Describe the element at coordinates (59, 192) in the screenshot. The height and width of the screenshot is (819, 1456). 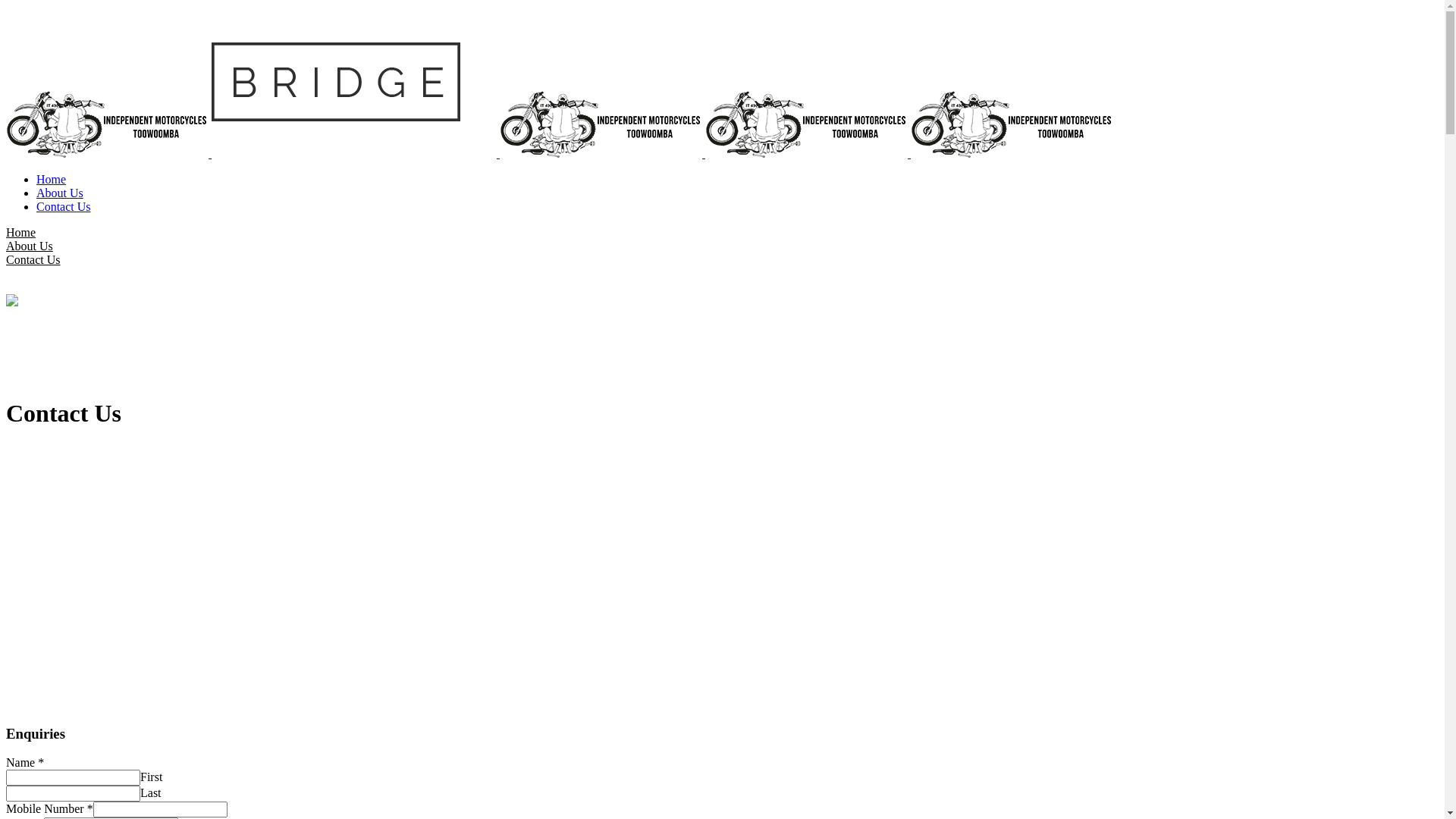
I see `'About Us'` at that location.